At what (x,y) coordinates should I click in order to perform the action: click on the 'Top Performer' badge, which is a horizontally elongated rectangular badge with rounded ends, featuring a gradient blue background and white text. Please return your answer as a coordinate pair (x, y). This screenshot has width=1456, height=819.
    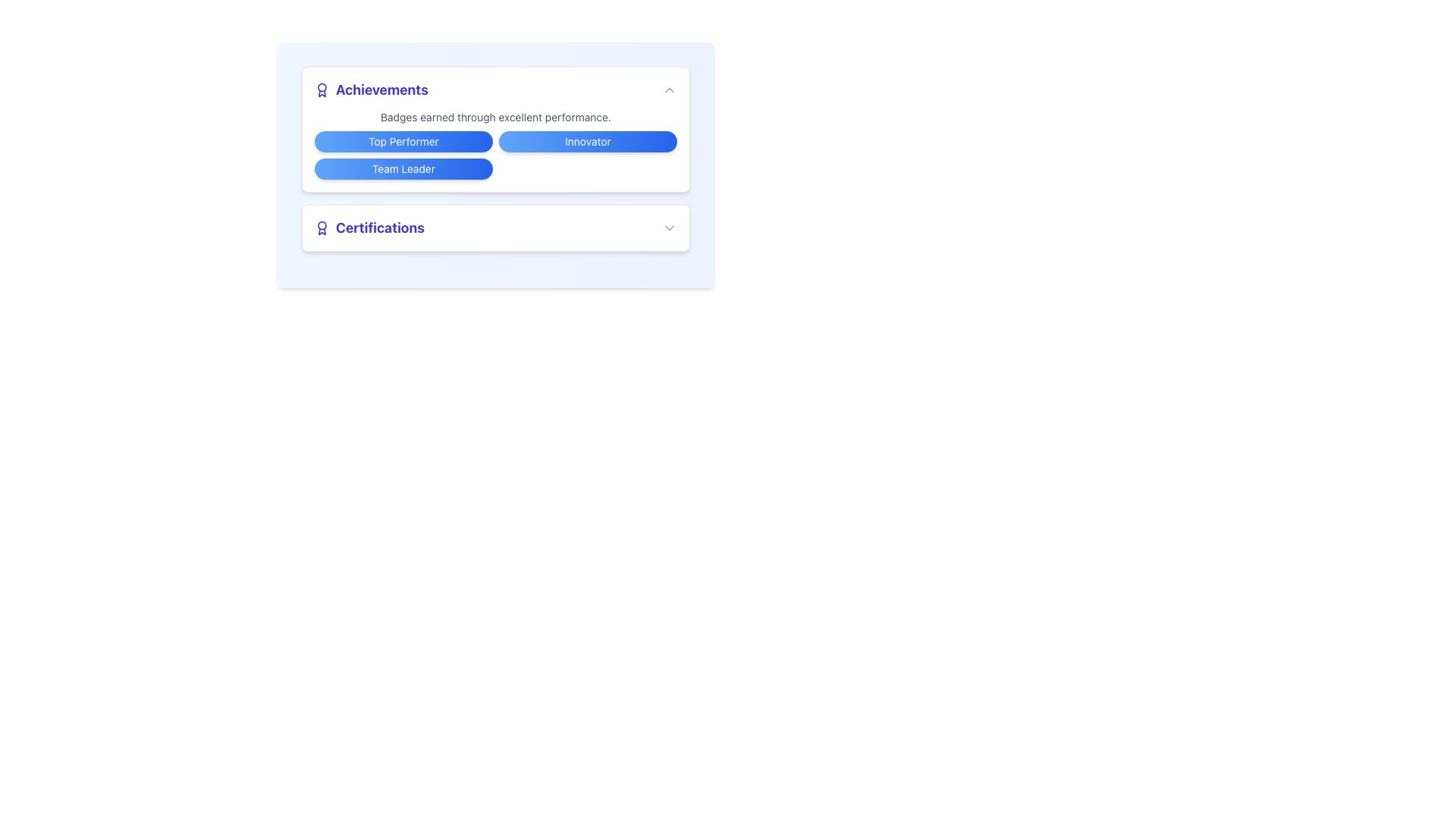
    Looking at the image, I should click on (403, 141).